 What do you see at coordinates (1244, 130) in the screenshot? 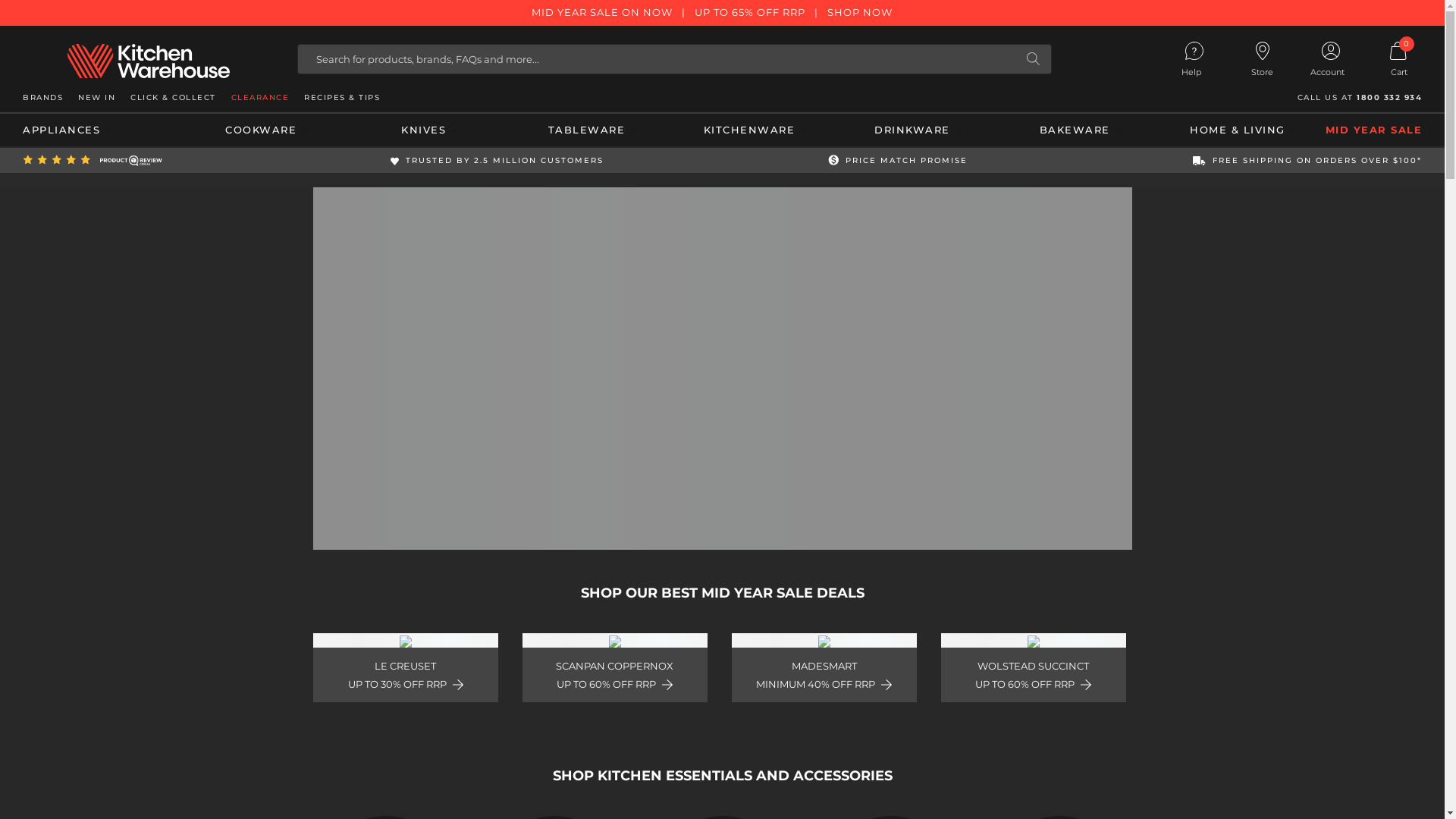
I see `'HOME & LIVING'` at bounding box center [1244, 130].